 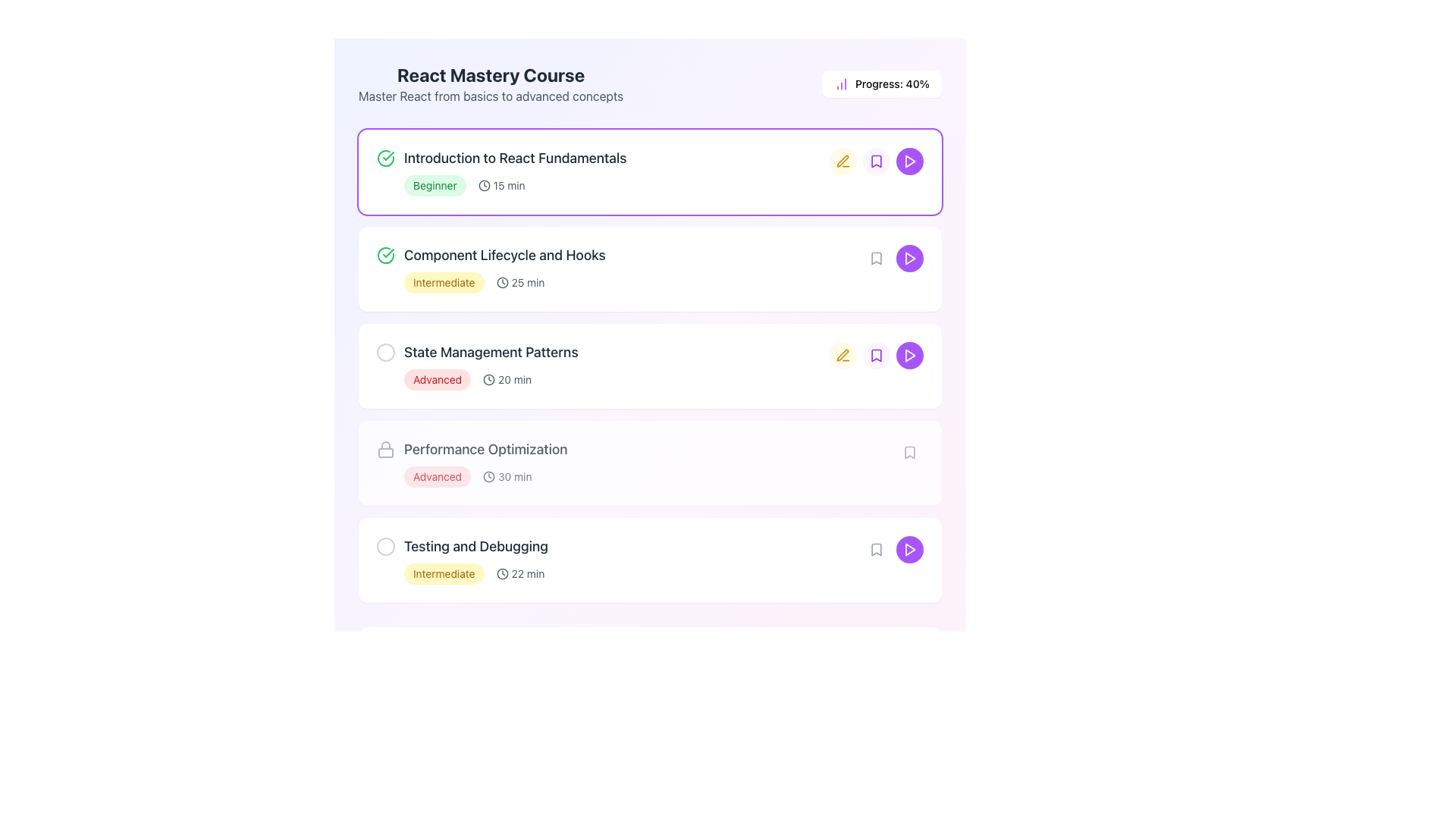 What do you see at coordinates (877, 550) in the screenshot?
I see `the small bookmark icon button, which has a light gray outline and is positioned in the fifth row` at bounding box center [877, 550].